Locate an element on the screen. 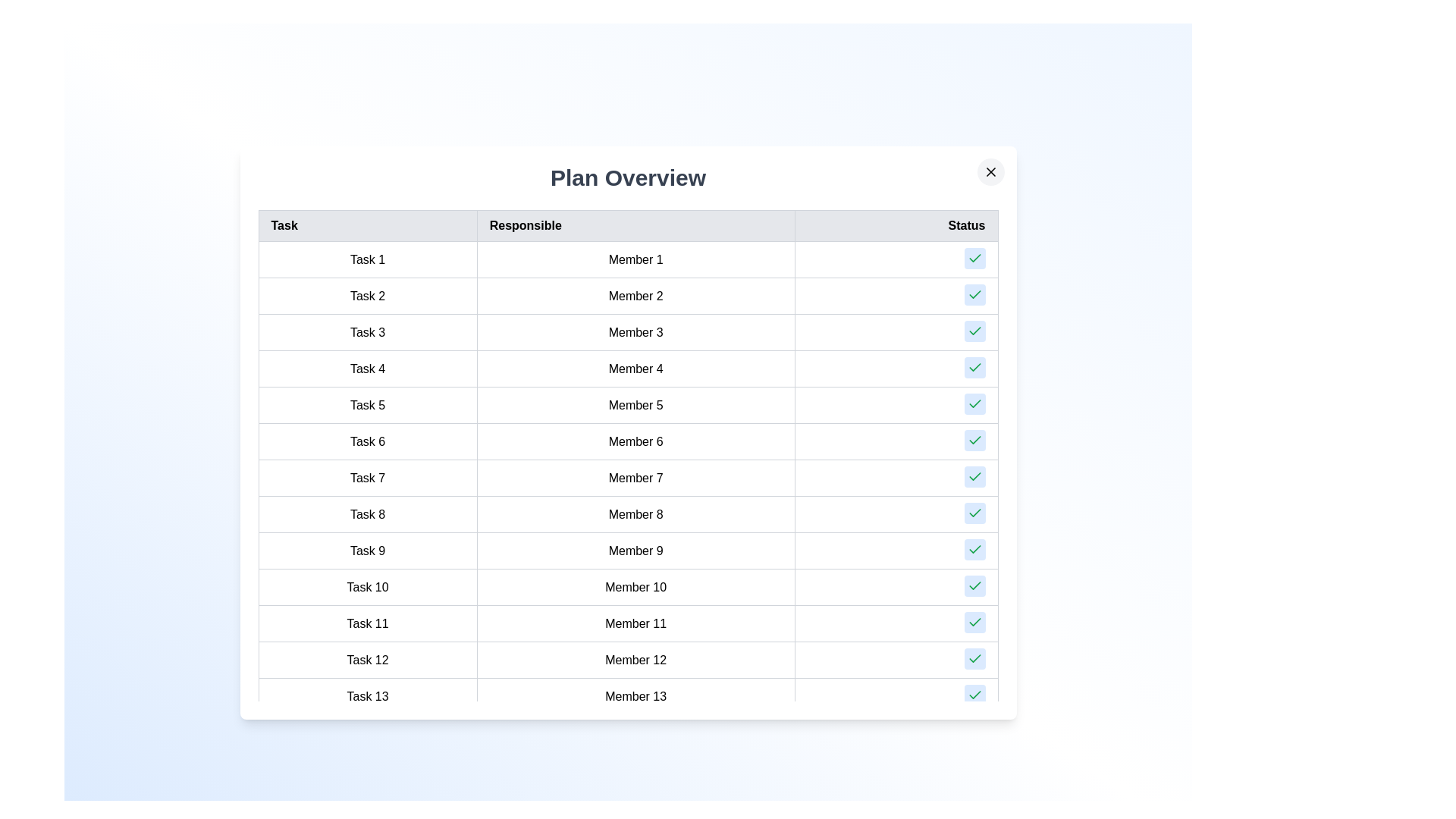 The width and height of the screenshot is (1456, 819). the 'X' button in the top-right corner of the dialog to close it is located at coordinates (990, 171).